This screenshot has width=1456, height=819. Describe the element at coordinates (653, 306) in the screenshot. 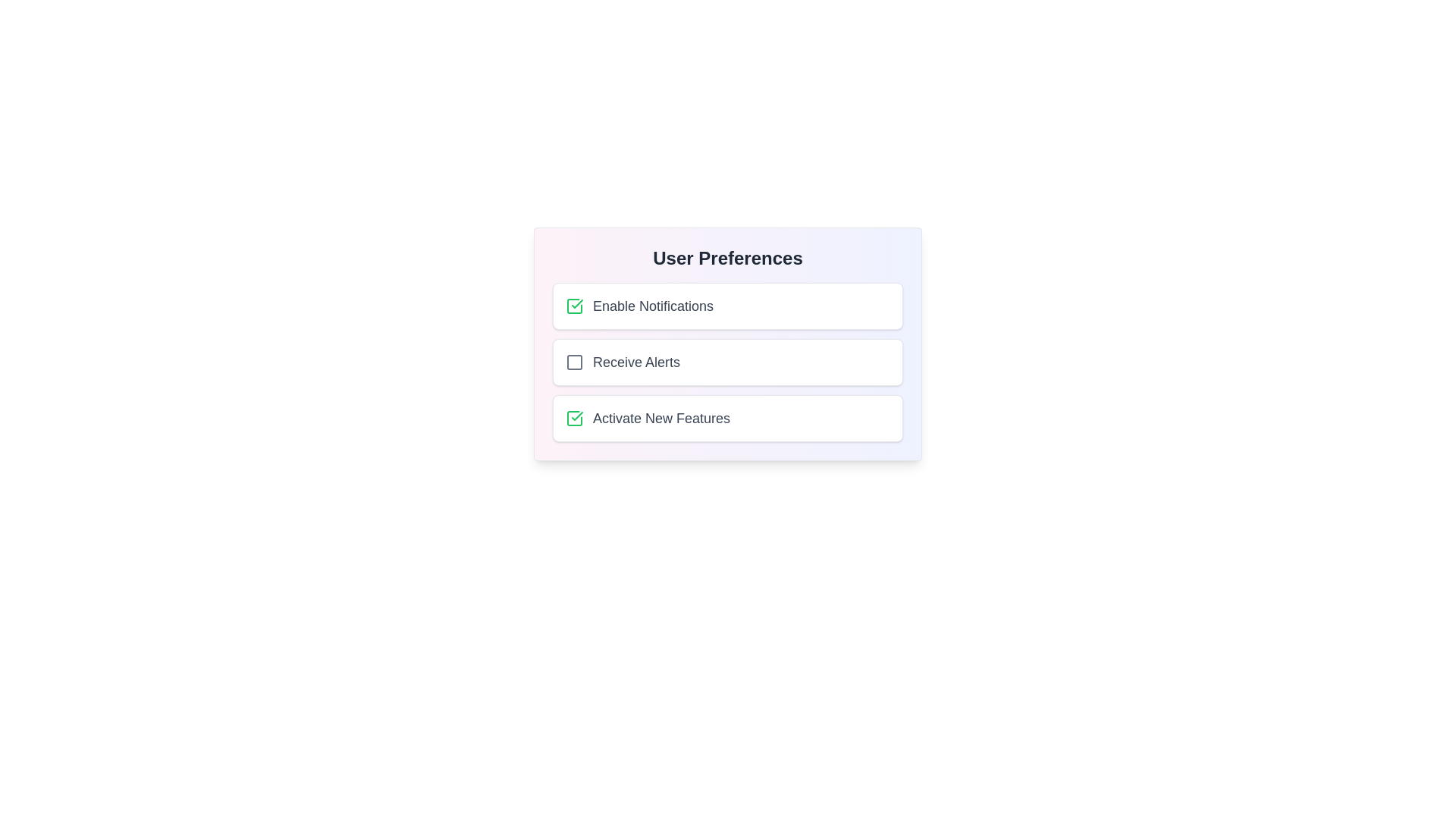

I see `the 'Enable Notifications' text label, which is styled with medium font weight and gray color, located to the right of a green checked checkbox in the user preferences section` at that location.